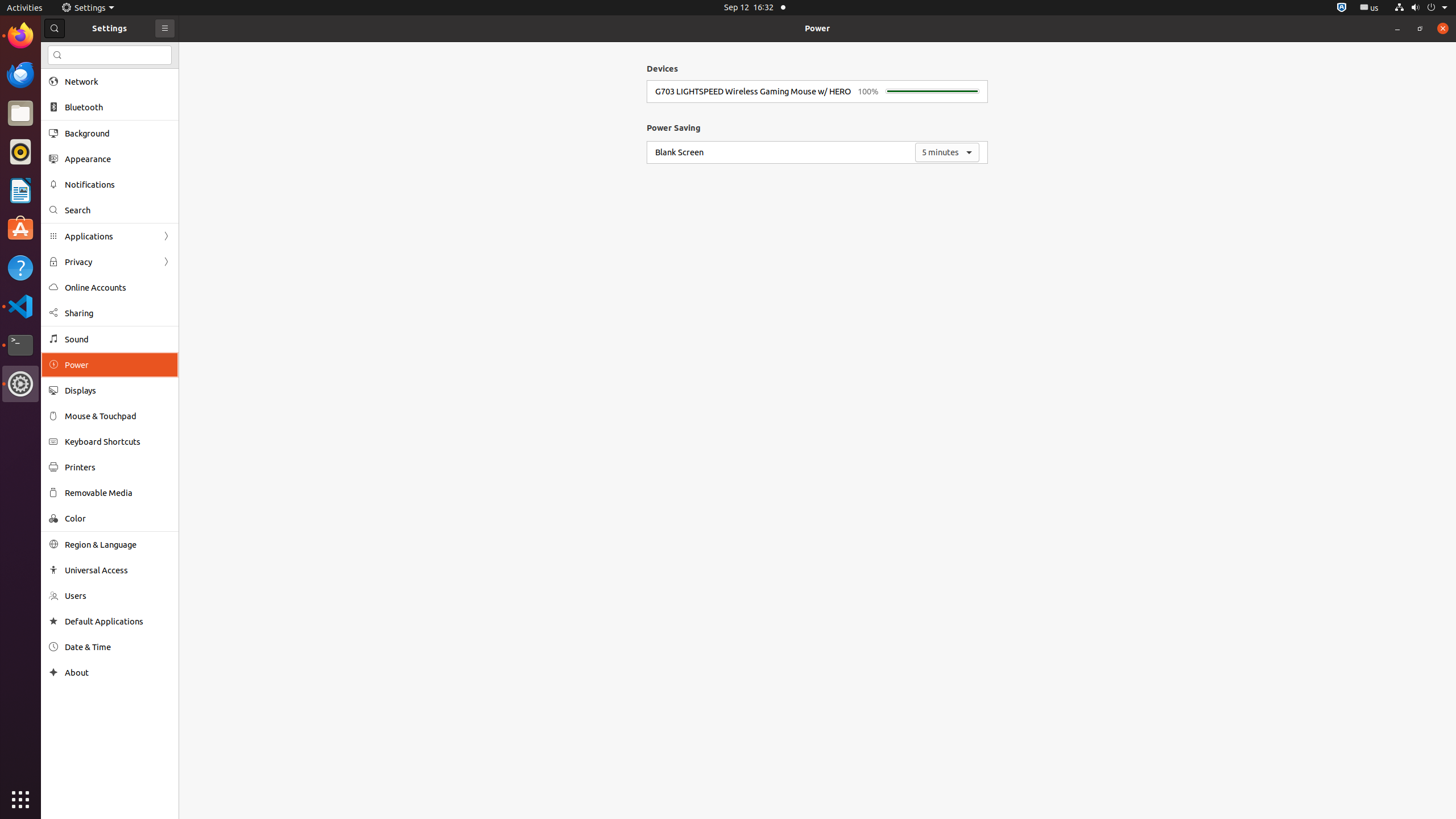  Describe the element at coordinates (1442, 28) in the screenshot. I see `'Close'` at that location.